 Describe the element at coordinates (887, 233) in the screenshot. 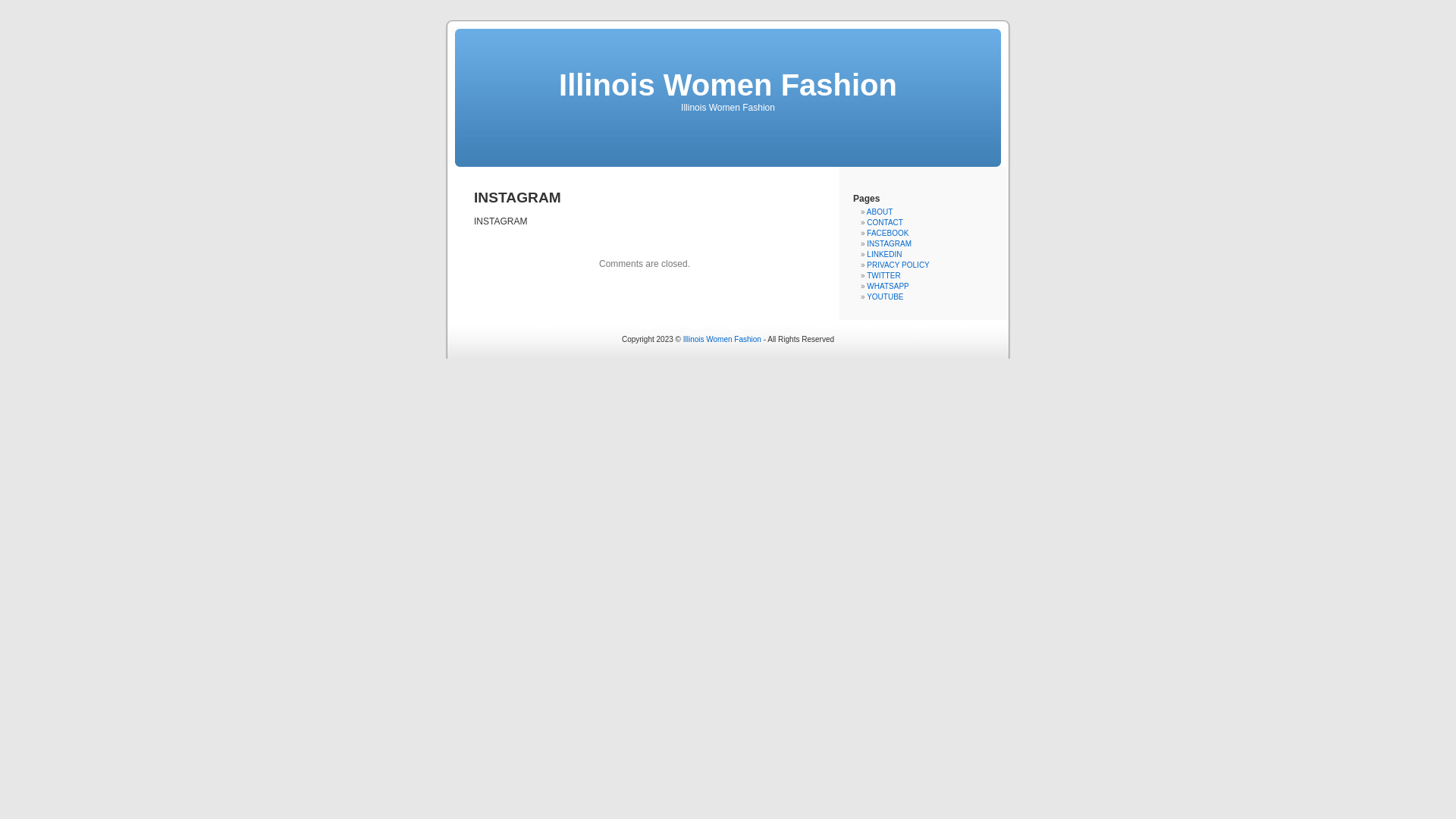

I see `'FACEBOOK'` at that location.